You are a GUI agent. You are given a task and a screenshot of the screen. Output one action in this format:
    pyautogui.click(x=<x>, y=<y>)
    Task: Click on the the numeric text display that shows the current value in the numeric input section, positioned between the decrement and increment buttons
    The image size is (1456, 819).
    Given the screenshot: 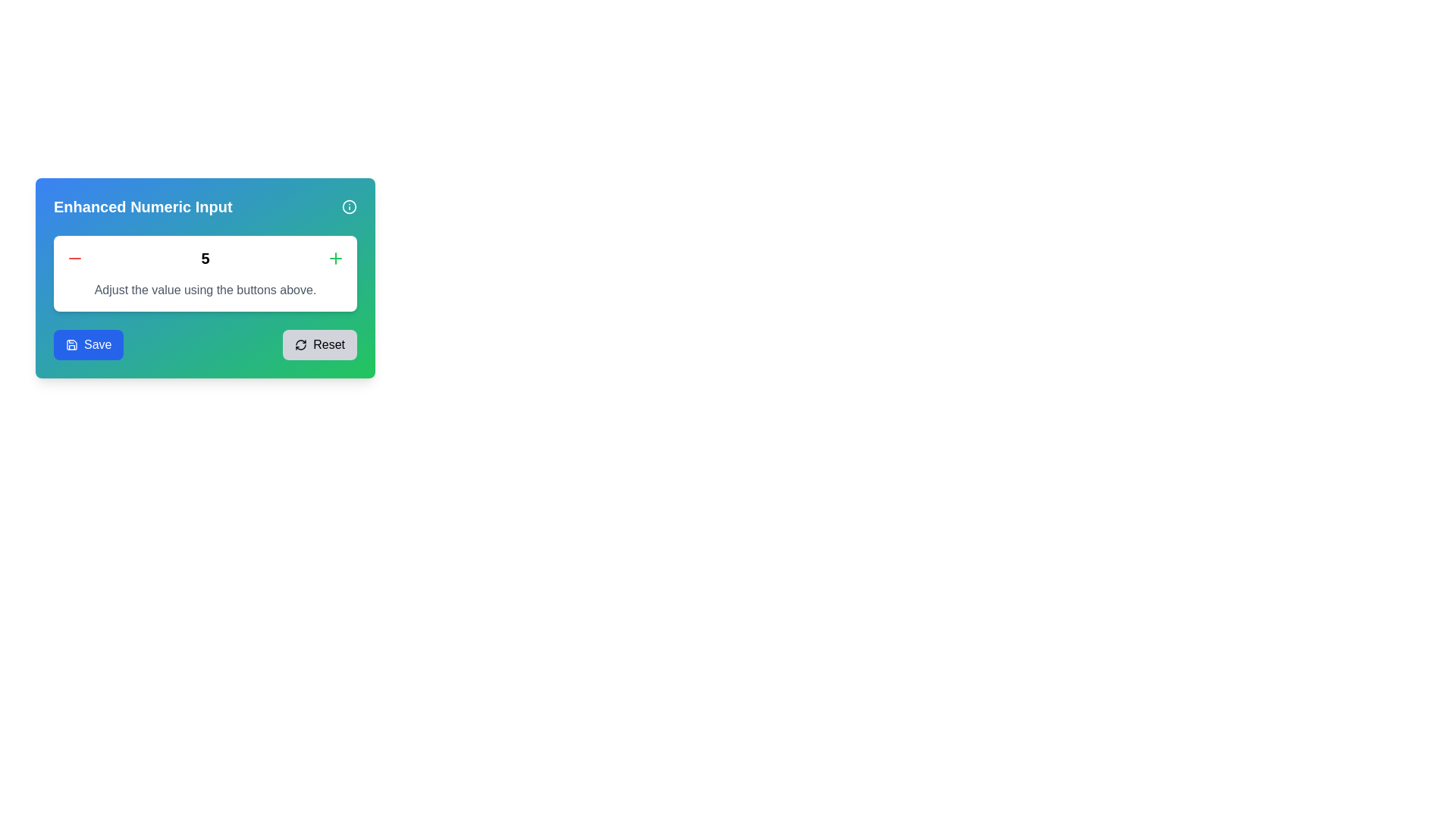 What is the action you would take?
    pyautogui.click(x=204, y=257)
    